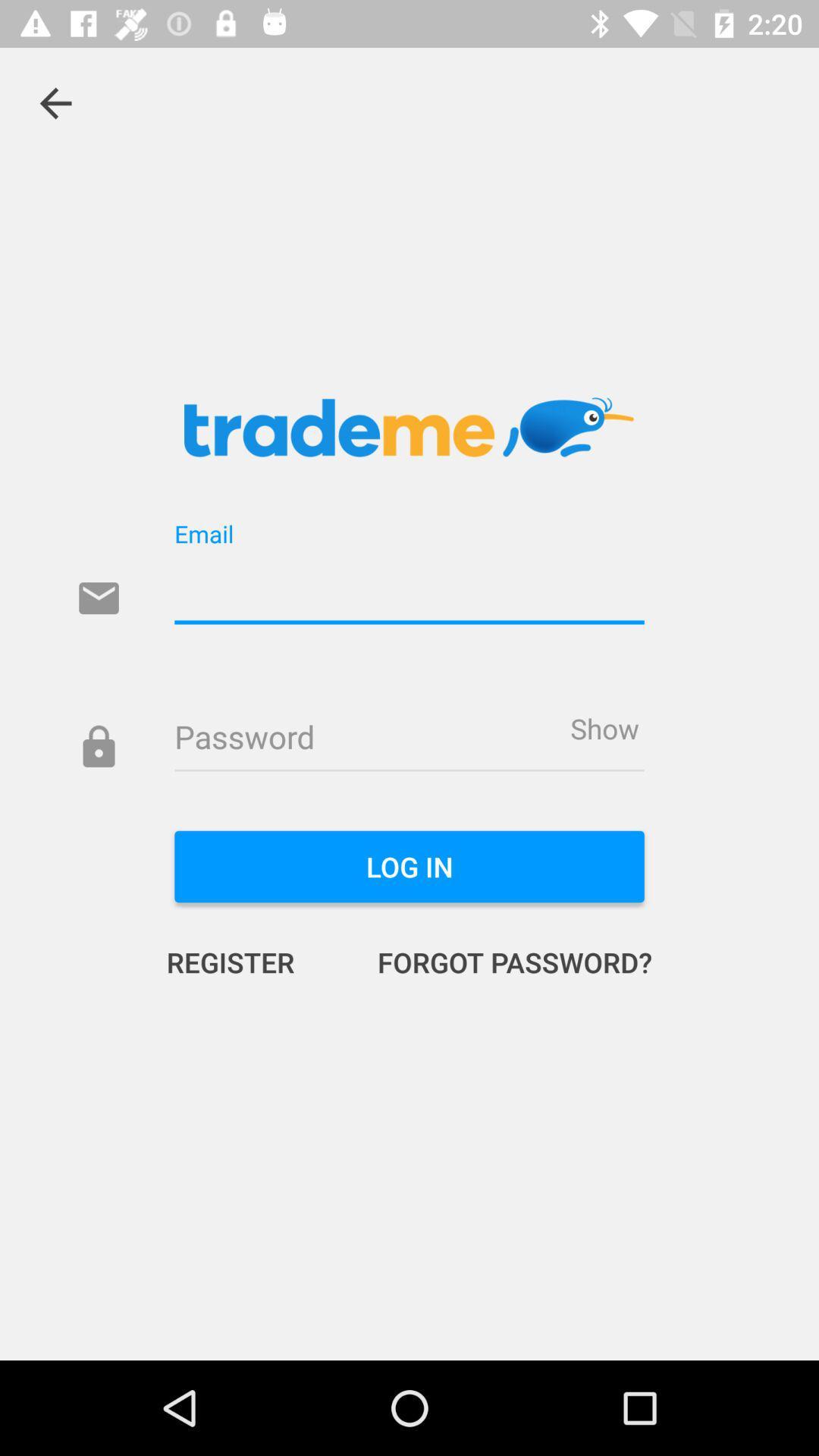 The height and width of the screenshot is (1456, 819). I want to click on item above the register icon, so click(409, 866).